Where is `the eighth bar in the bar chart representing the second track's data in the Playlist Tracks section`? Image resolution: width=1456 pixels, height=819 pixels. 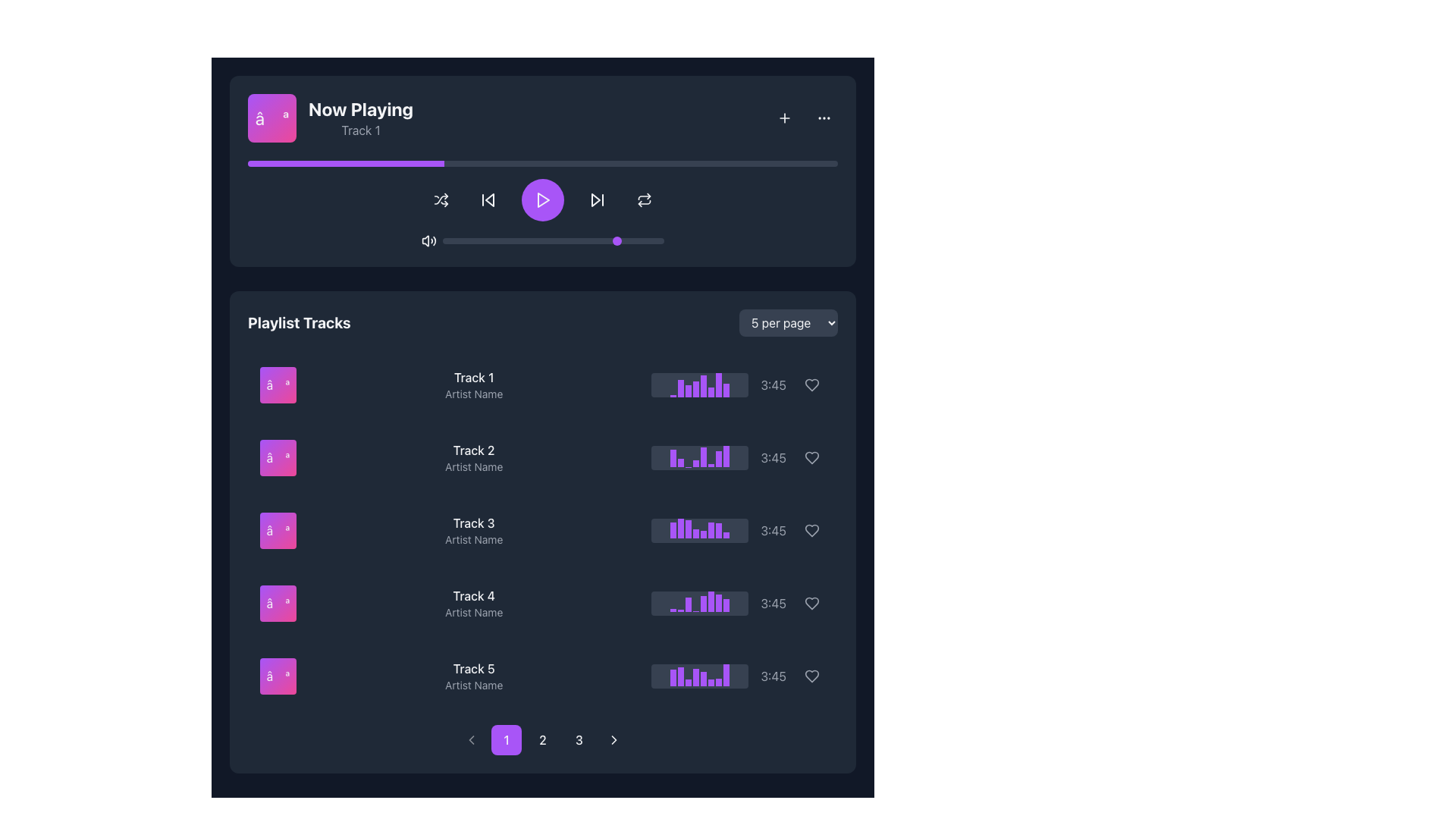
the eighth bar in the bar chart representing the second track's data in the Playlist Tracks section is located at coordinates (726, 455).